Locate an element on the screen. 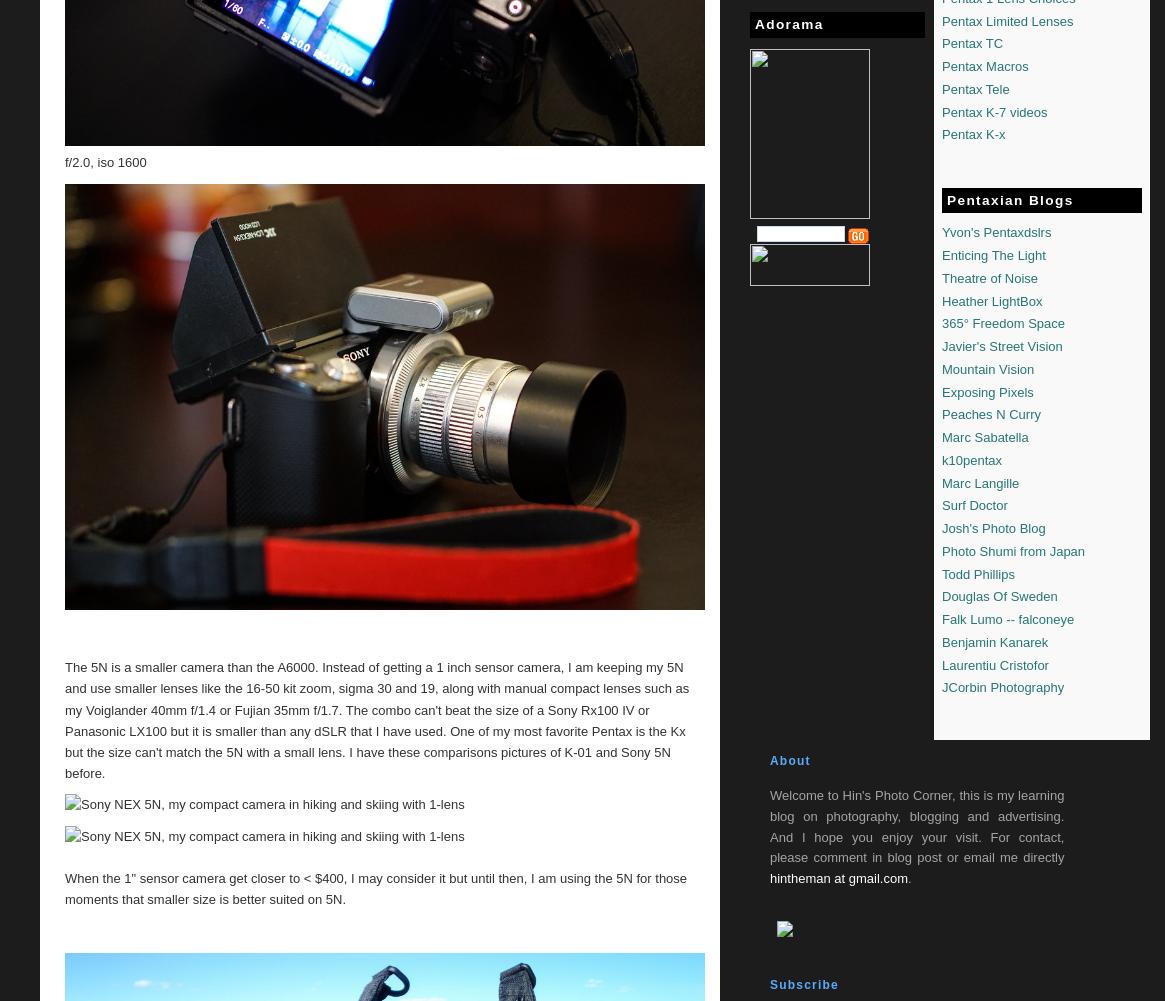 The height and width of the screenshot is (1001, 1165). 'Pentax TC' is located at coordinates (972, 43).